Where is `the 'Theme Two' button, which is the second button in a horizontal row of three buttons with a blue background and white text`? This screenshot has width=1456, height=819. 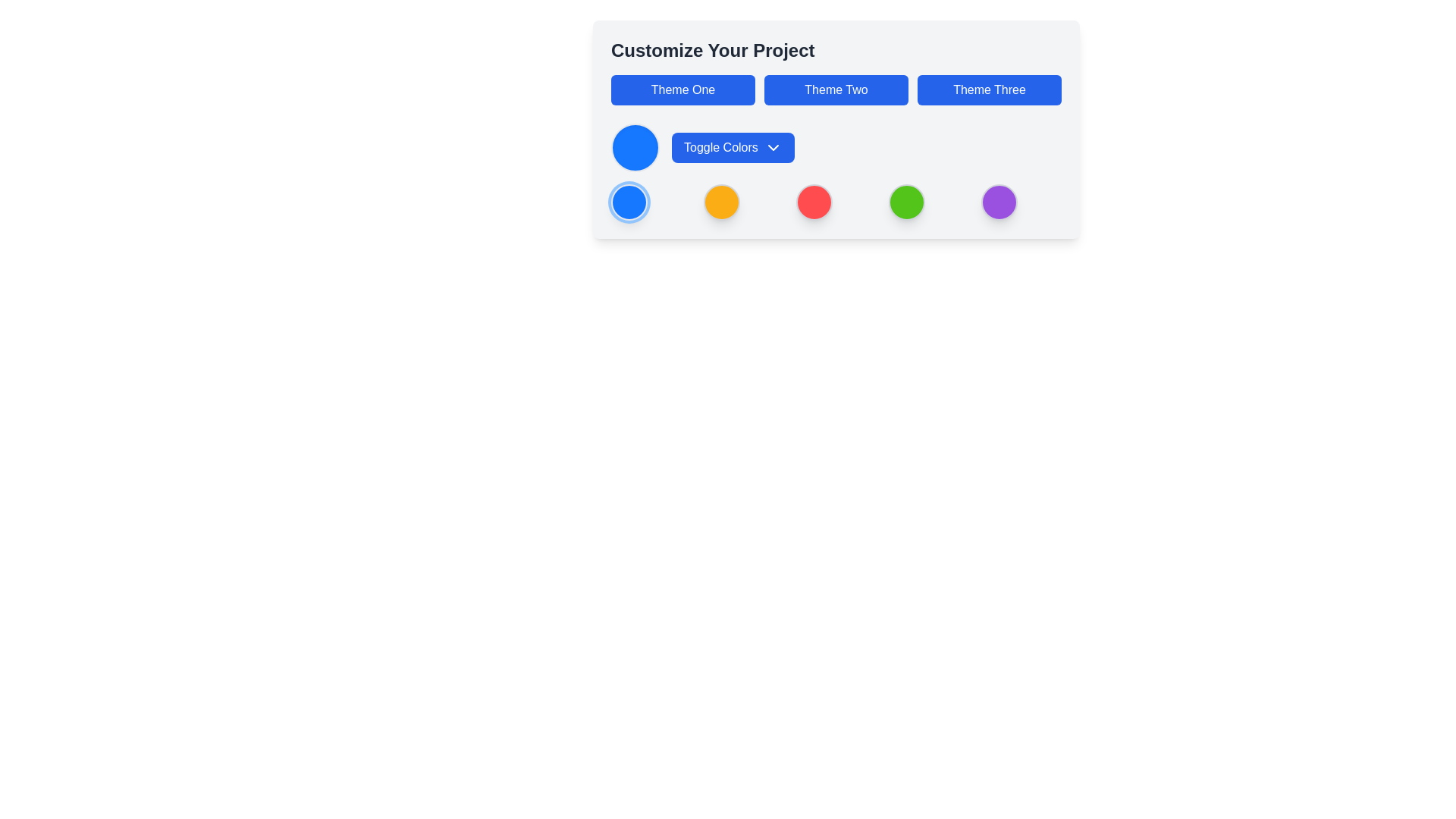 the 'Theme Two' button, which is the second button in a horizontal row of three buttons with a blue background and white text is located at coordinates (836, 90).